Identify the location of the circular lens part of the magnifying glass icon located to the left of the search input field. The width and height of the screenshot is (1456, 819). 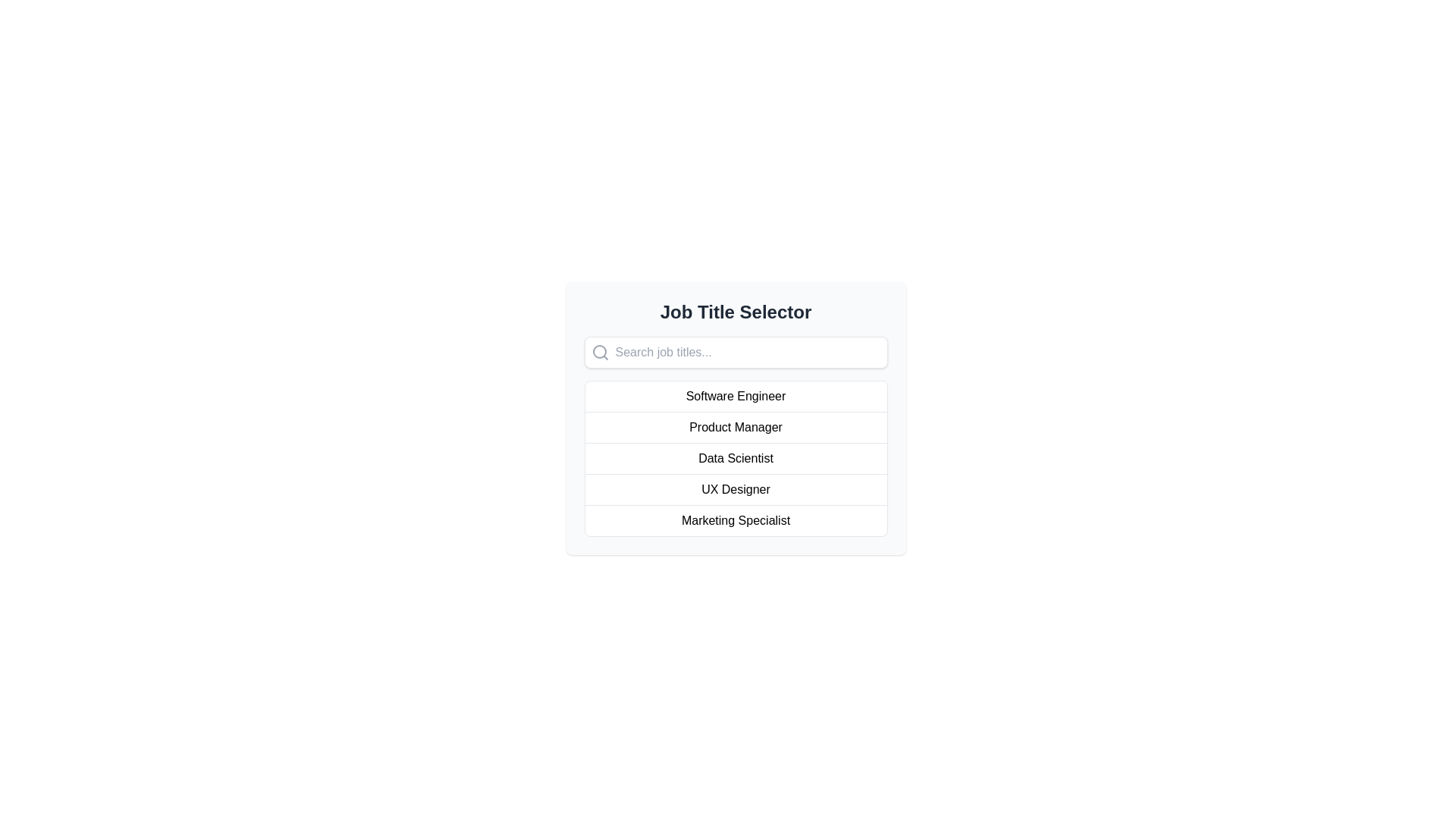
(598, 351).